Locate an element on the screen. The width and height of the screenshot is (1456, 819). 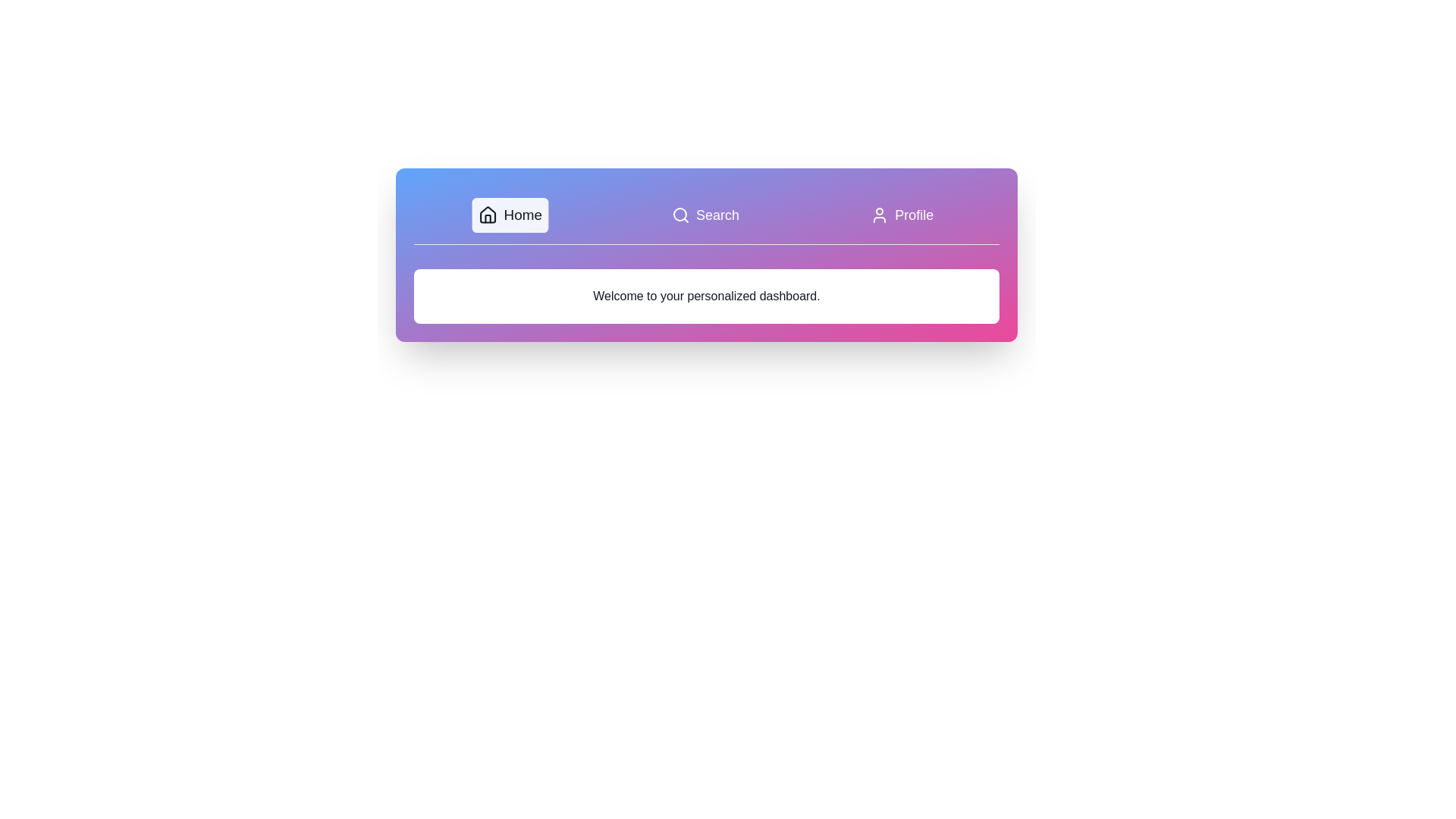
the tab labeled Profile to view its content is located at coordinates (902, 215).